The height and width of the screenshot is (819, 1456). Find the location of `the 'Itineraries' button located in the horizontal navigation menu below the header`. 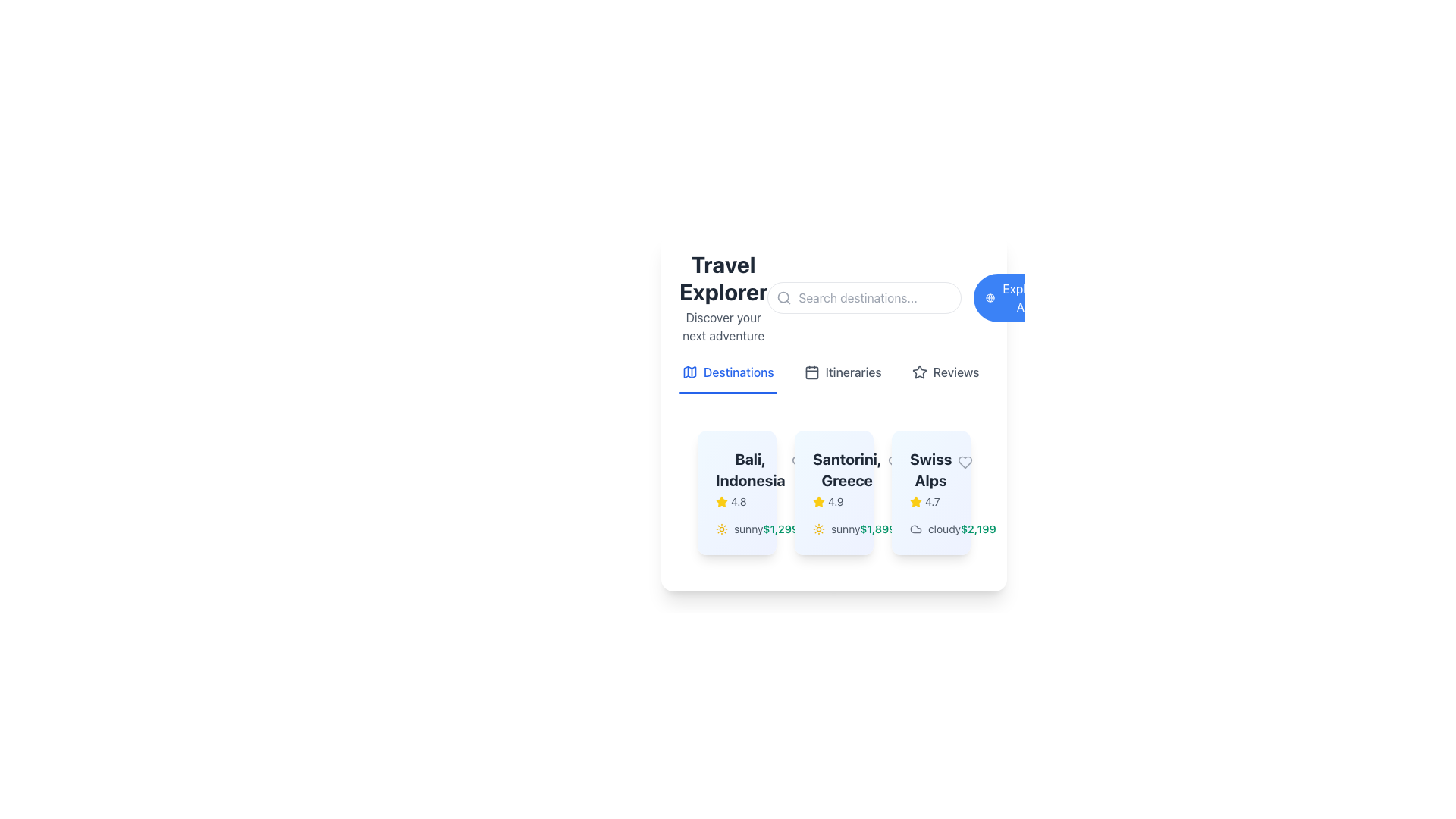

the 'Itineraries' button located in the horizontal navigation menu below the header is located at coordinates (842, 377).